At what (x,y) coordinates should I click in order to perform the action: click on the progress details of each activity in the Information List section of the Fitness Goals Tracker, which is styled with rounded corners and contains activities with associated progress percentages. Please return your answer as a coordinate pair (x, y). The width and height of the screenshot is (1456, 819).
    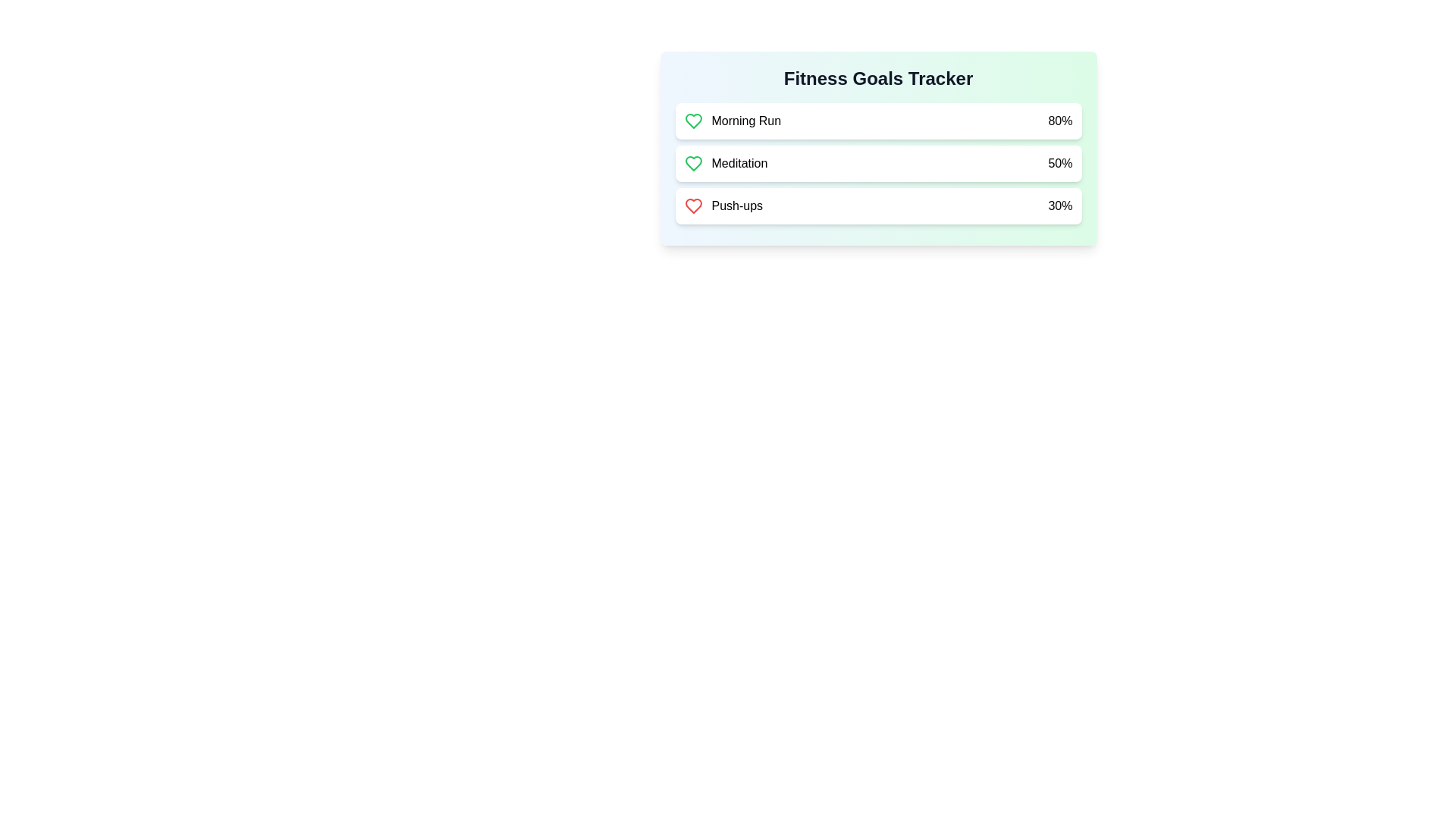
    Looking at the image, I should click on (878, 166).